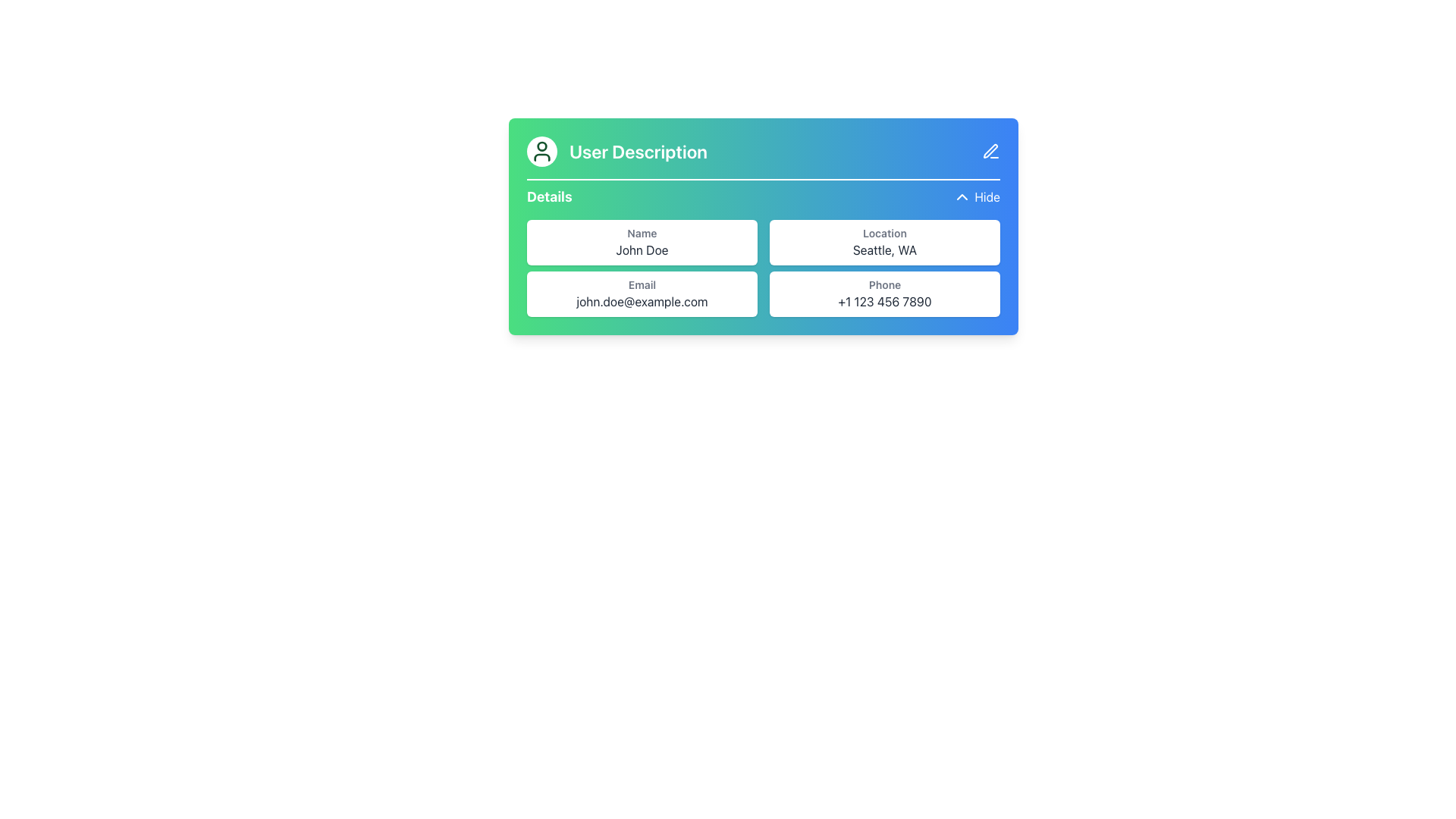 The height and width of the screenshot is (819, 1456). What do you see at coordinates (987, 196) in the screenshot?
I see `the text label located at the bottom-right corner of the top section of the card interface, which indicates the action of toggling visibility for the content below it` at bounding box center [987, 196].